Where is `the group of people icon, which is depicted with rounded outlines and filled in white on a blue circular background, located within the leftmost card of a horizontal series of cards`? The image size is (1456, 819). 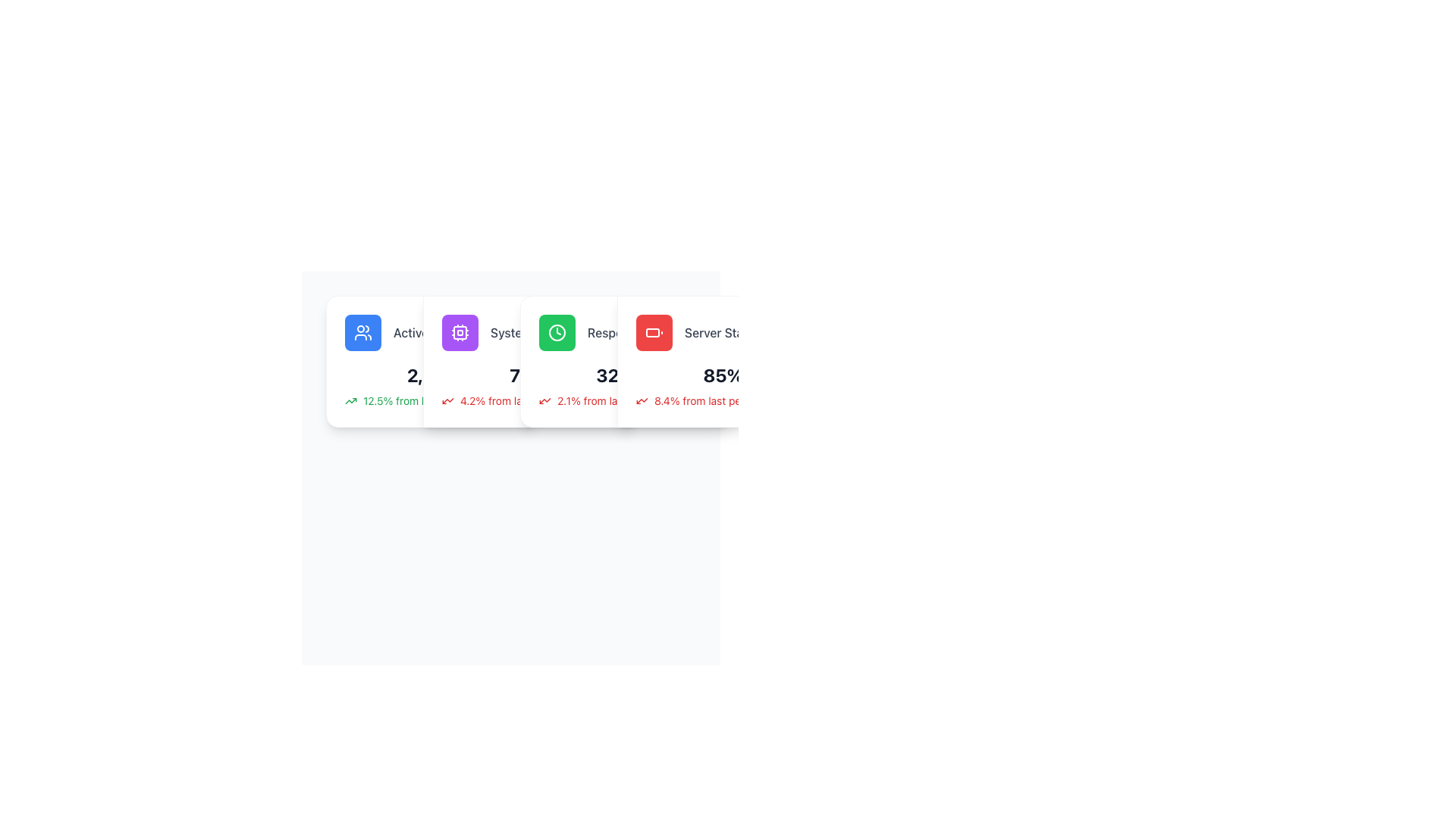 the group of people icon, which is depicted with rounded outlines and filled in white on a blue circular background, located within the leftmost card of a horizontal series of cards is located at coordinates (362, 332).